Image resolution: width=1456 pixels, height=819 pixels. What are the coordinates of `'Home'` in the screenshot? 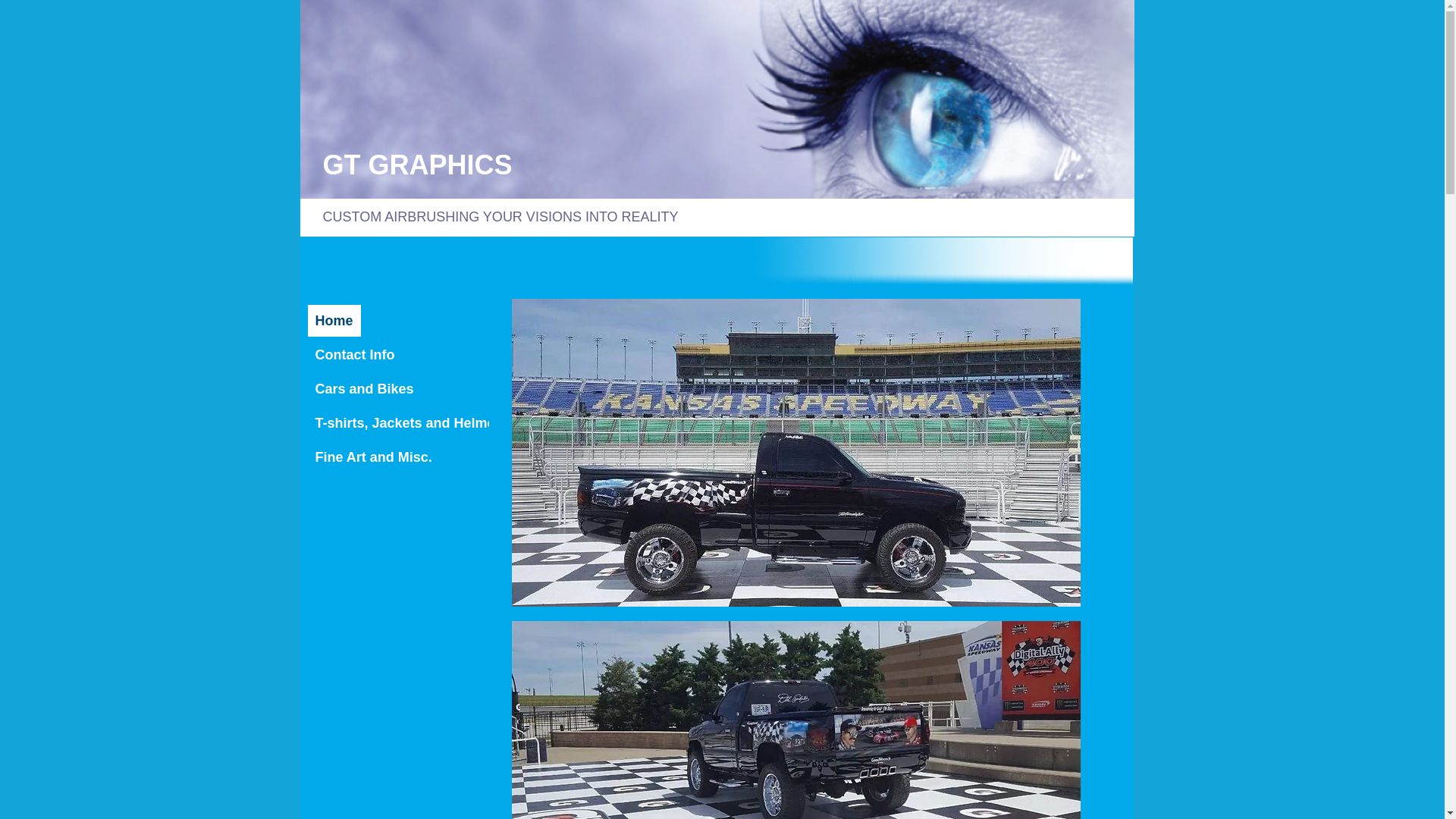 It's located at (334, 320).